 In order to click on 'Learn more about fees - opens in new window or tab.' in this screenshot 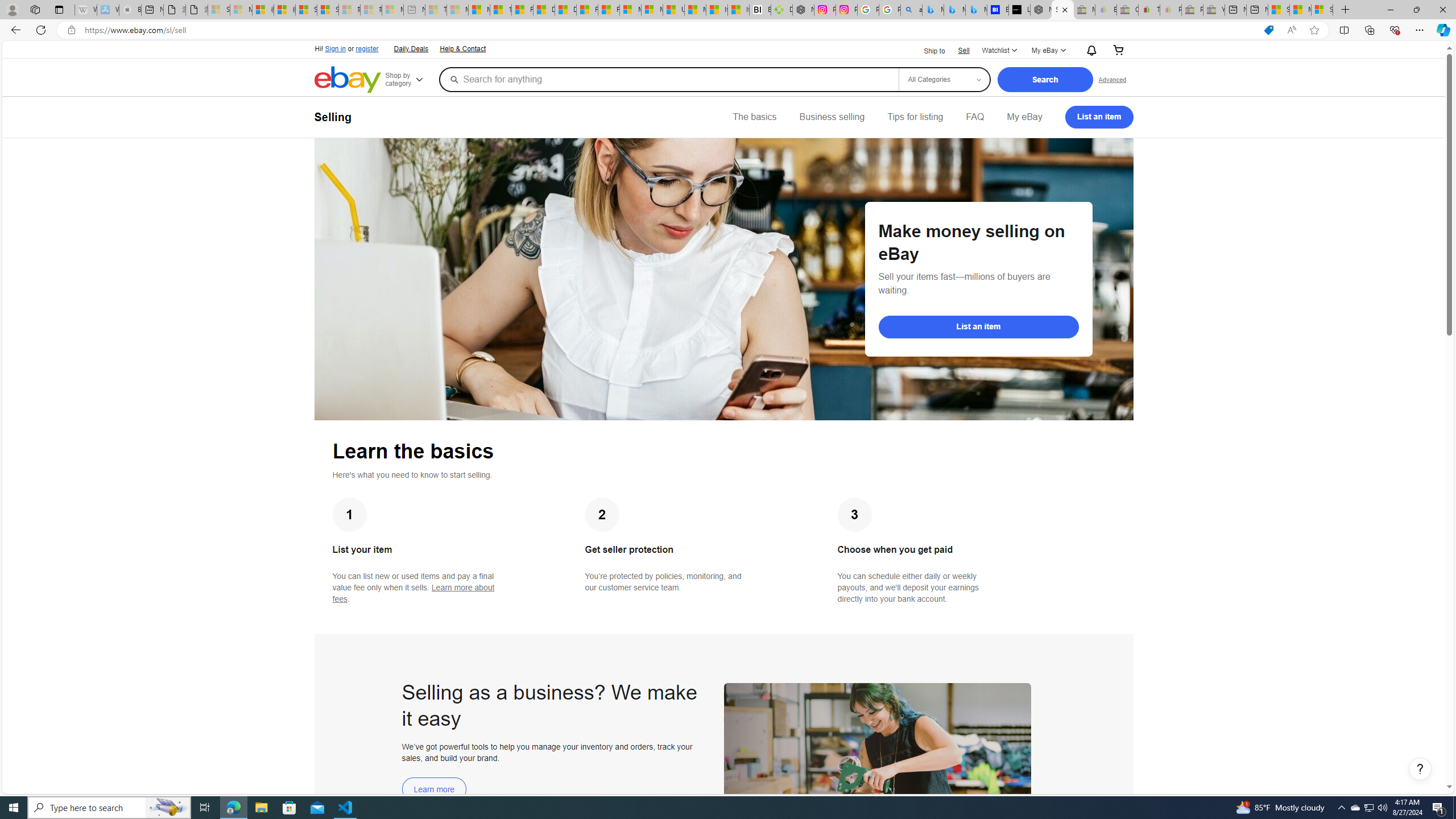, I will do `click(413, 593)`.